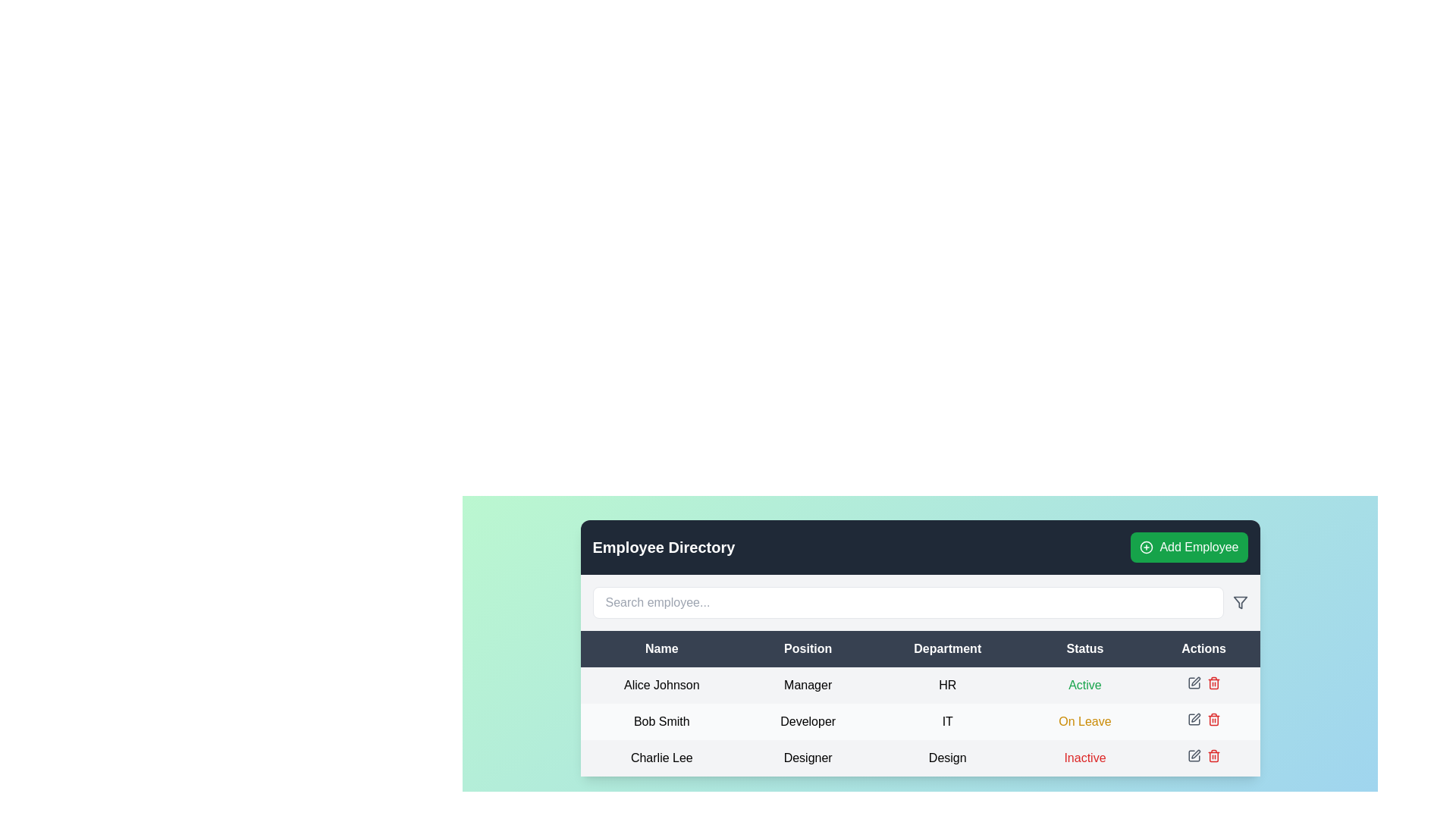 Image resolution: width=1456 pixels, height=819 pixels. Describe the element at coordinates (1147, 547) in the screenshot. I see `the circular green icon with a plus sign located next to the 'Add Employee' text in the top-right corner of the employee directory box` at that location.